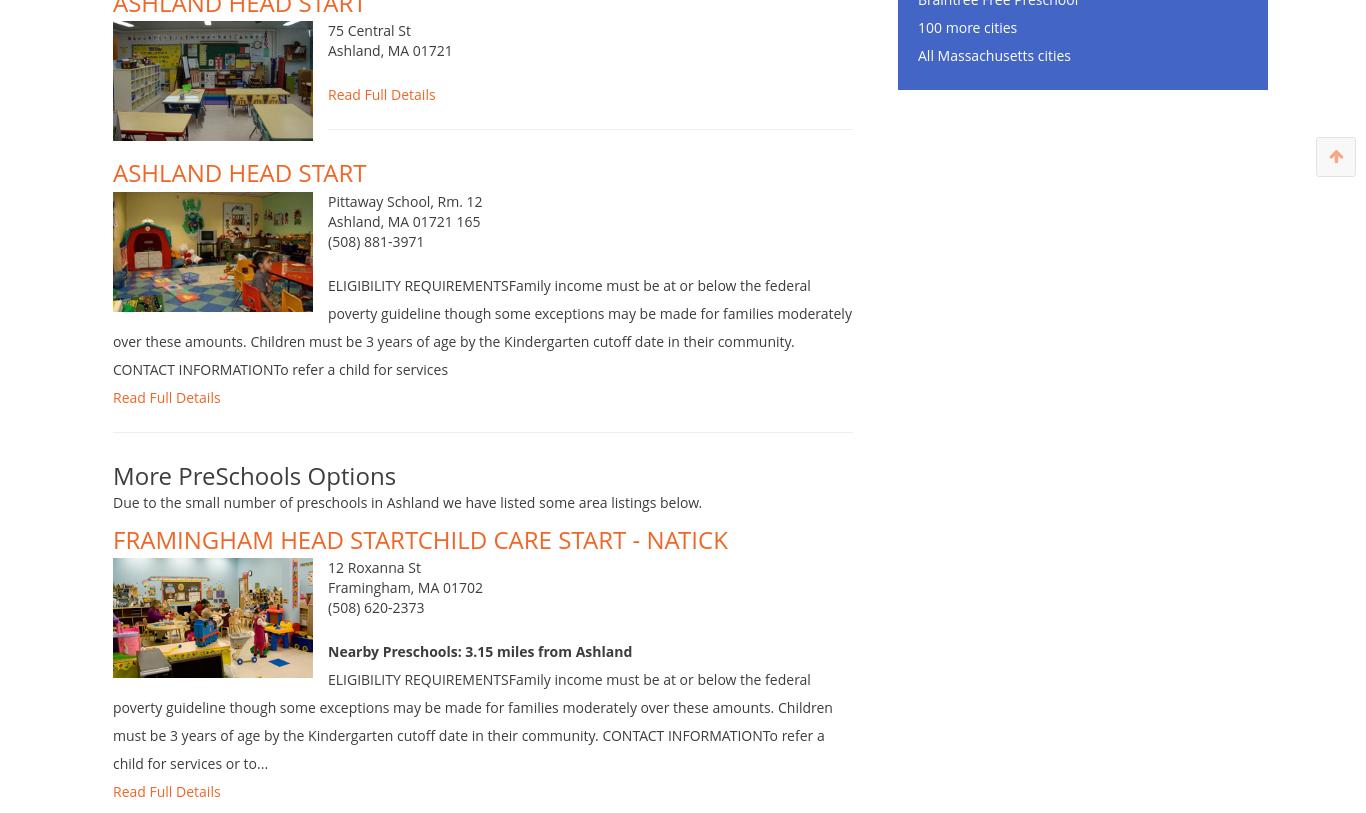  Describe the element at coordinates (472, 752) in the screenshot. I see `'ELIGIBILITY REQUIREMENTSFamily income must be at or below the federal poverty guideline though some exceptions may be made for families moderately over these amounts. Children must be 3 years of age by the Kindergarten cutoff date in their community. CONTACT INFORMATIONTo refer a child for services or to...'` at that location.